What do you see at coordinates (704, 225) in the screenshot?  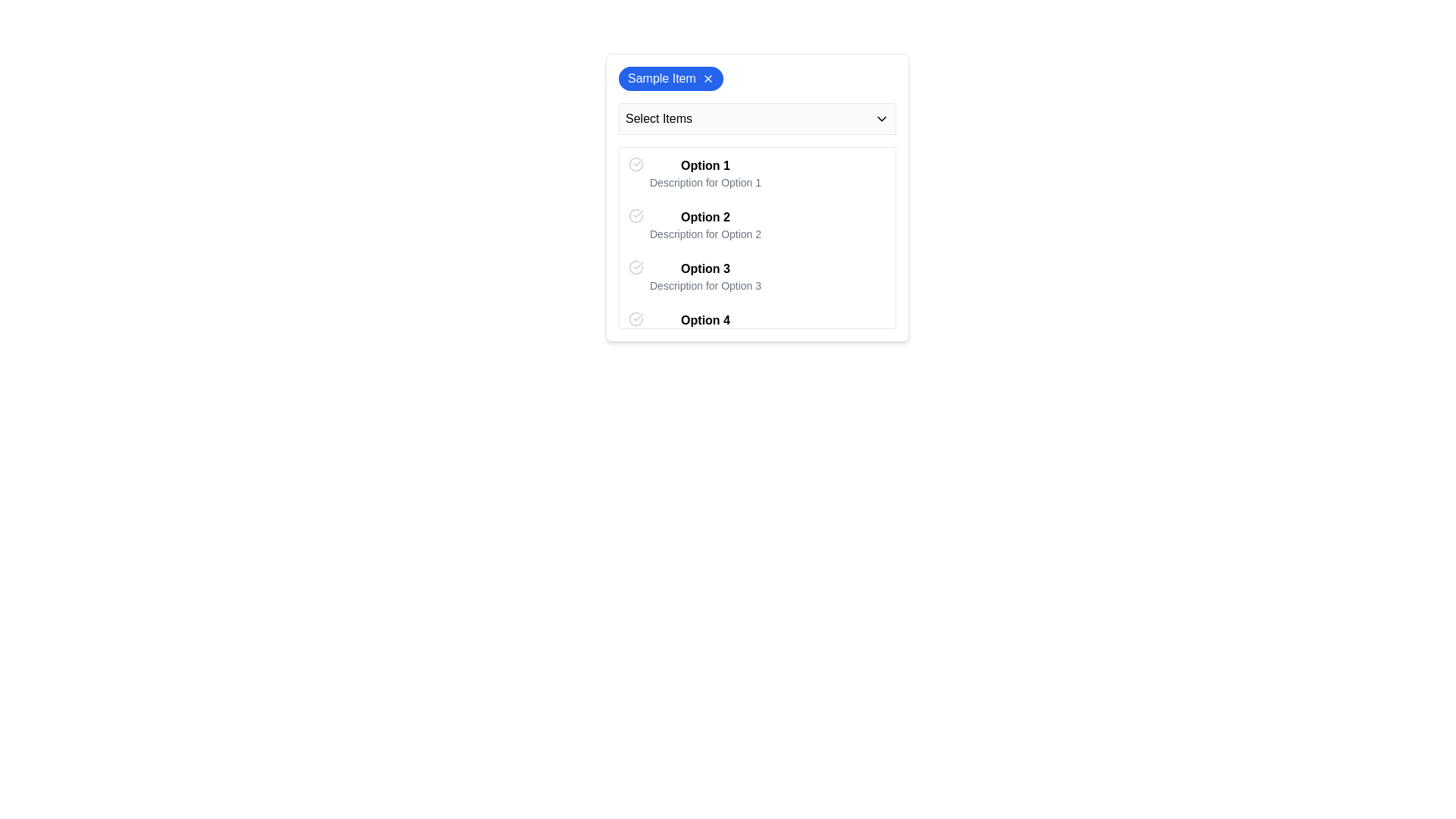 I see `the text block titled 'Option 2' which is the second item in a vertically stacked list of selectable items, located centrally between 'Option 1' and 'Option 3'` at bounding box center [704, 225].